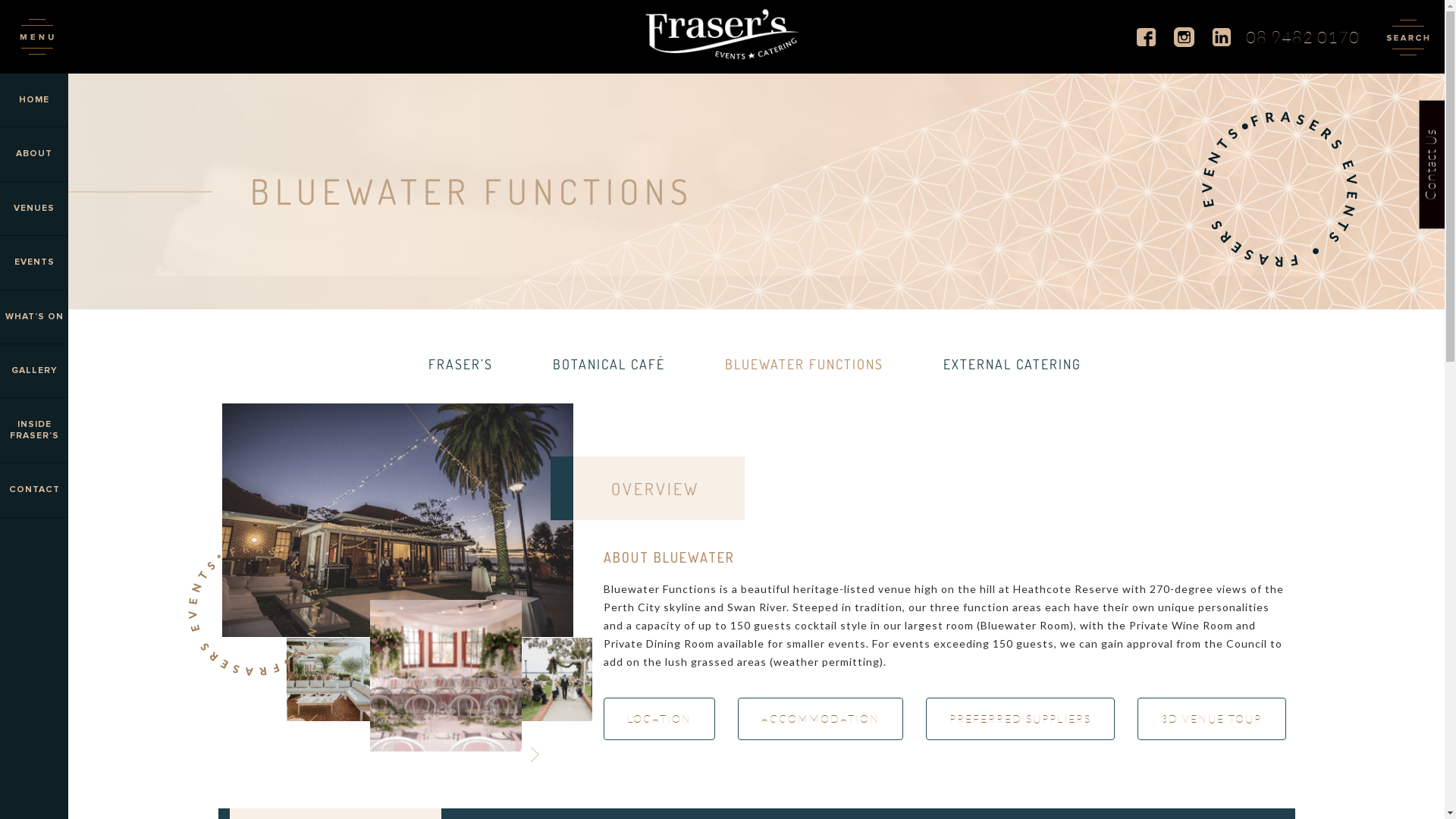 This screenshot has width=1456, height=819. What do you see at coordinates (1302, 36) in the screenshot?
I see `'08 9482 0170'` at bounding box center [1302, 36].